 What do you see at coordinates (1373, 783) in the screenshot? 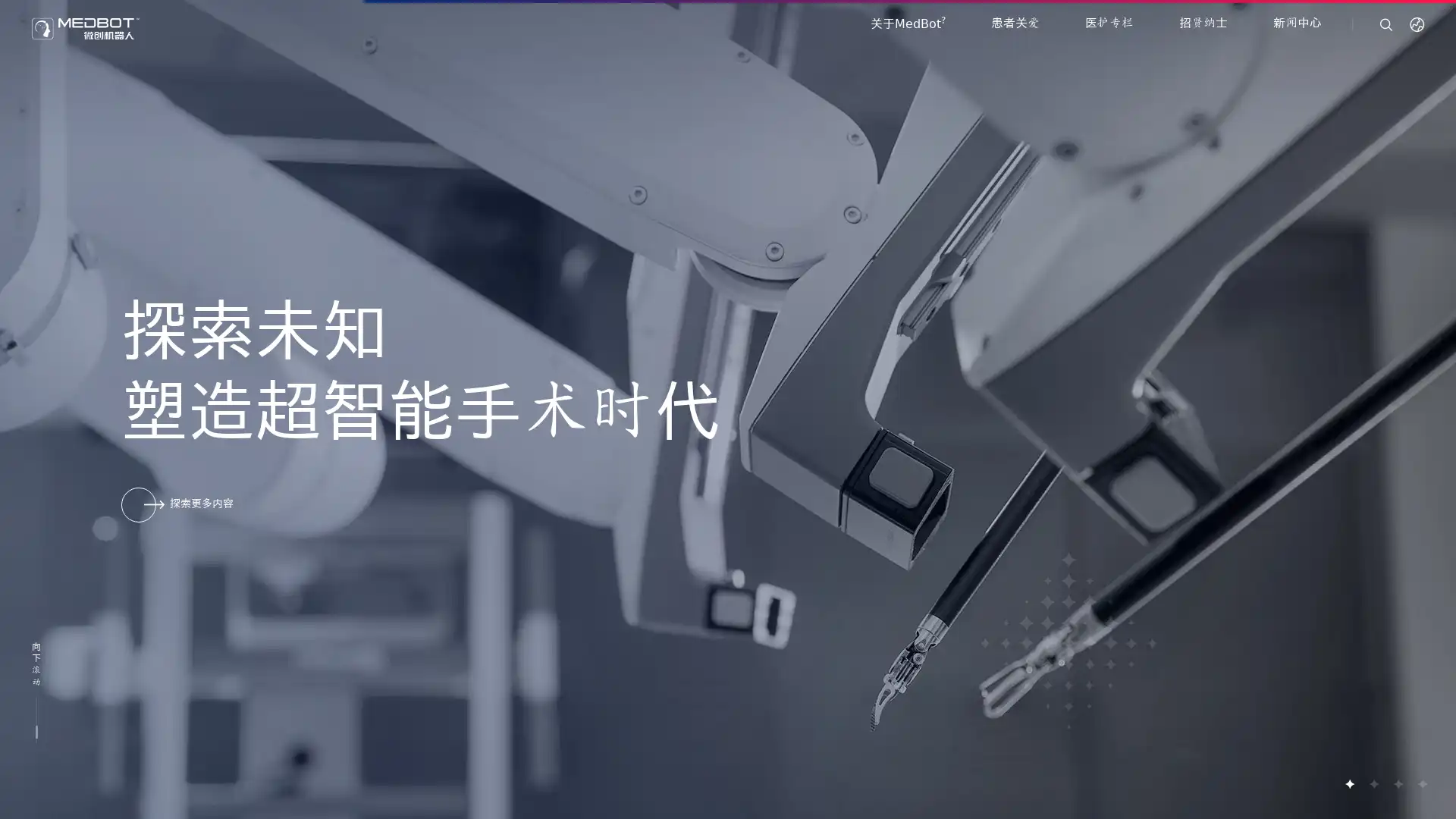
I see `Go to slide 2` at bounding box center [1373, 783].